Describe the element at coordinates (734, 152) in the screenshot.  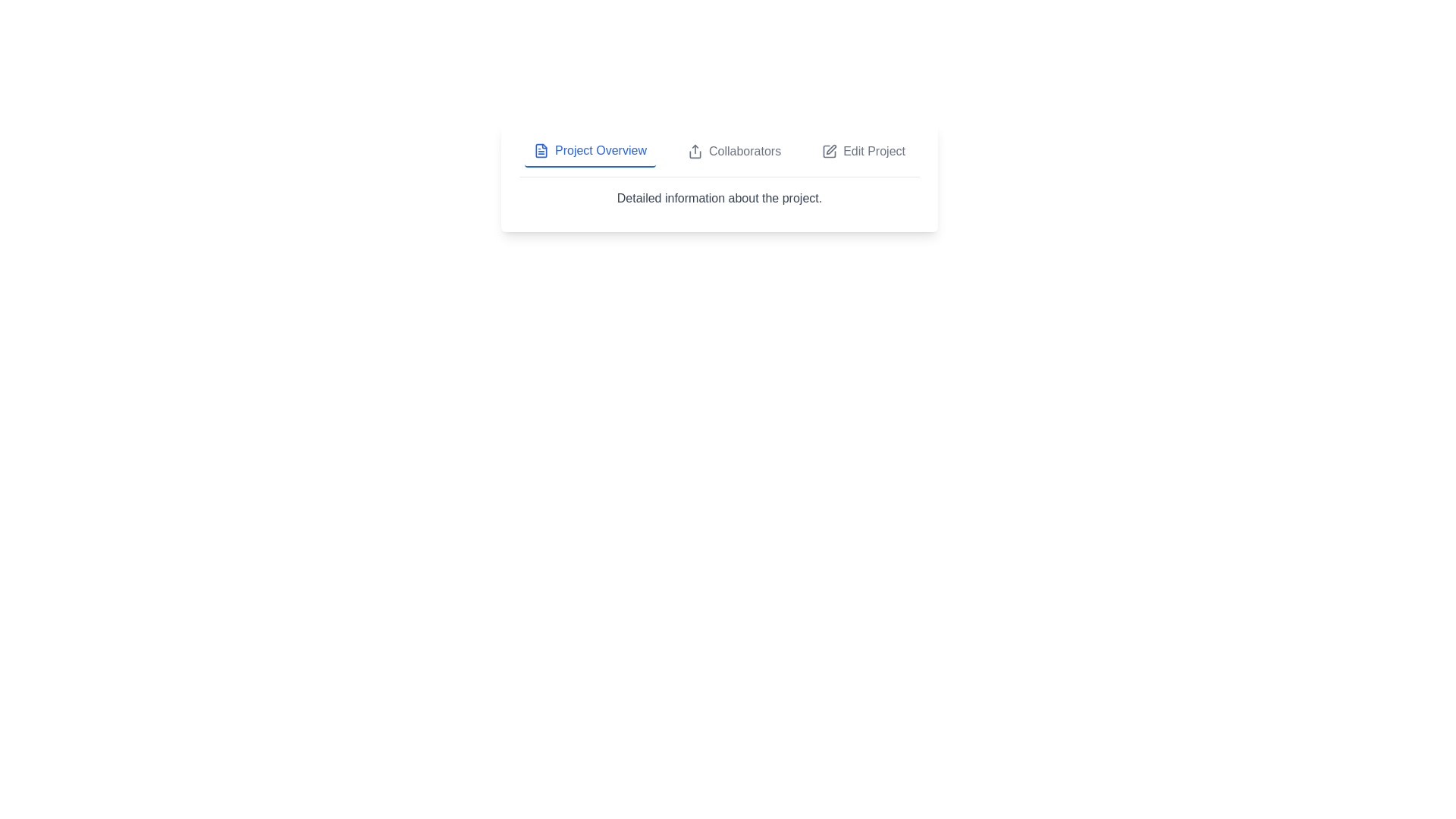
I see `the tab titled Collaborators to switch the content` at that location.